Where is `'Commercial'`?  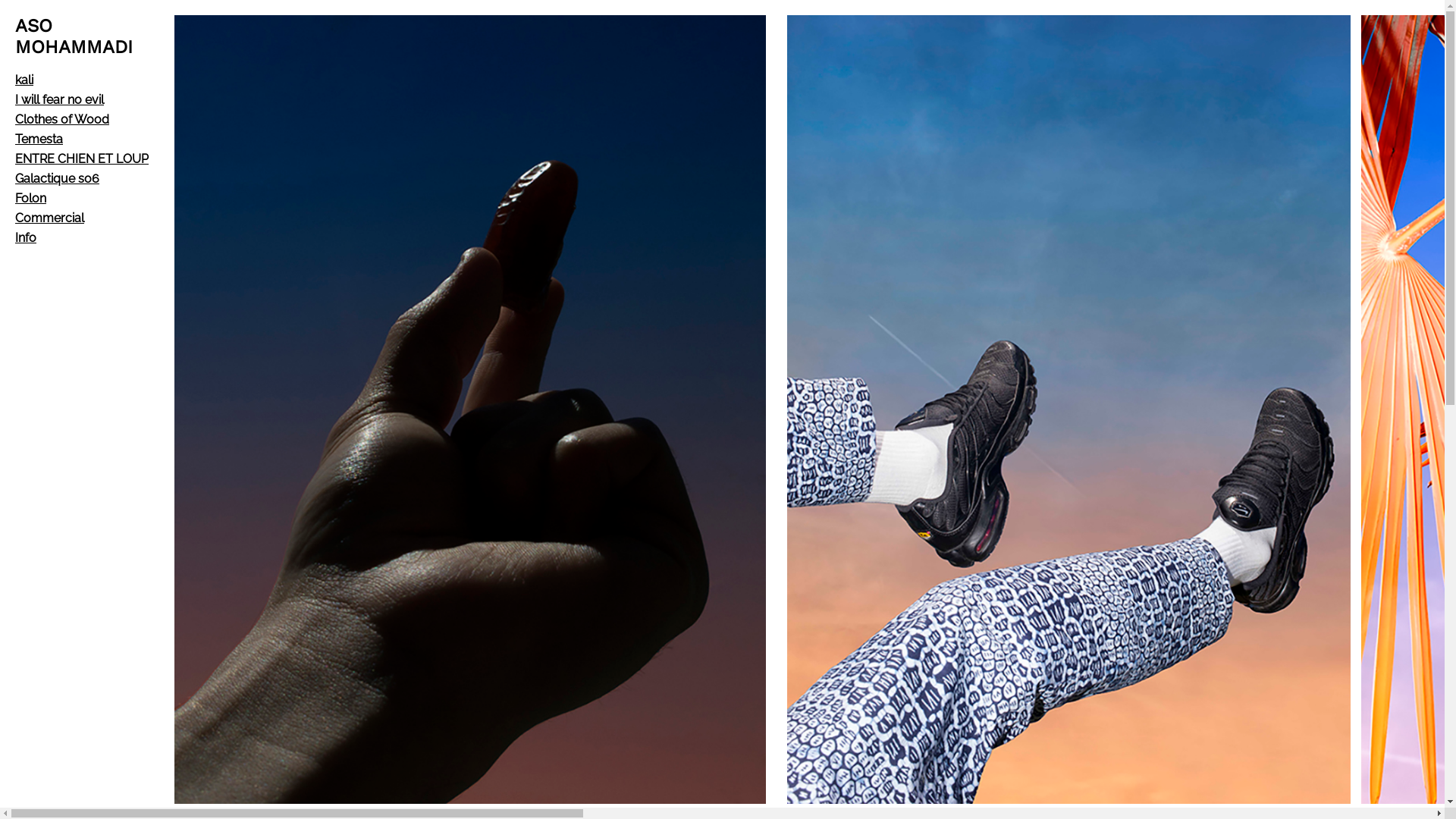 'Commercial' is located at coordinates (49, 218).